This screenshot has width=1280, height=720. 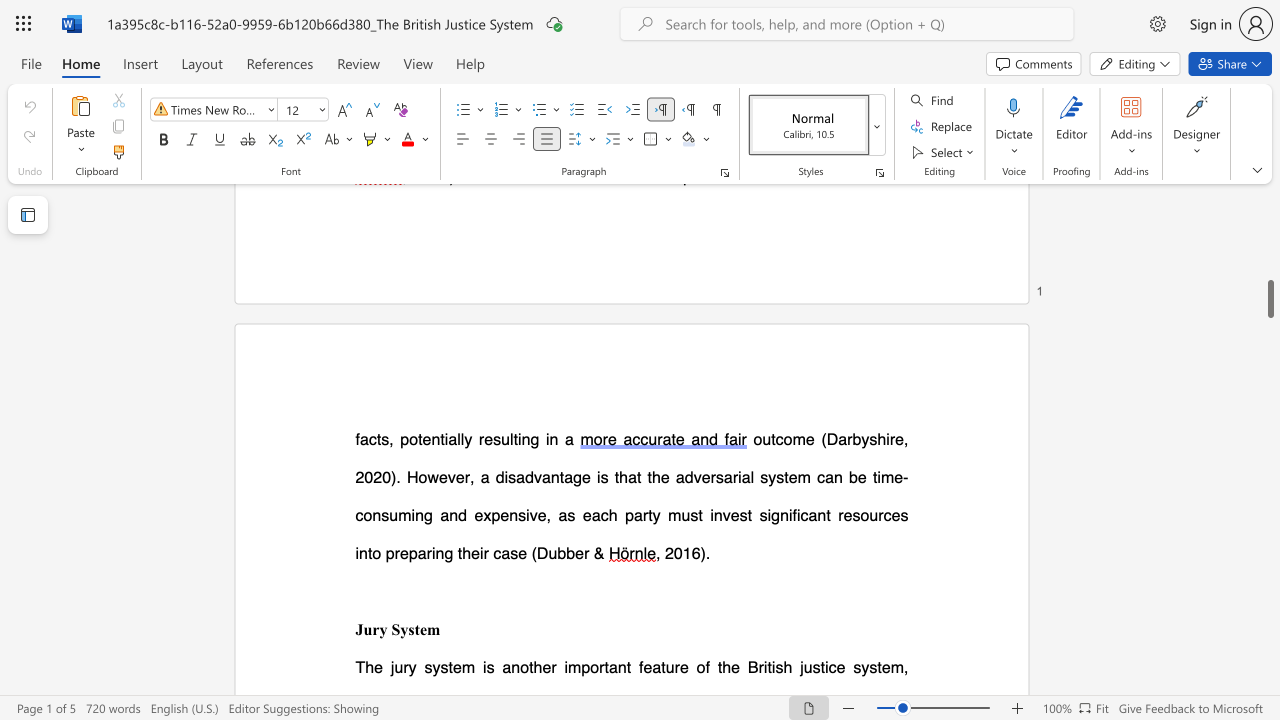 What do you see at coordinates (778, 438) in the screenshot?
I see `the 1th character "c" in the text` at bounding box center [778, 438].